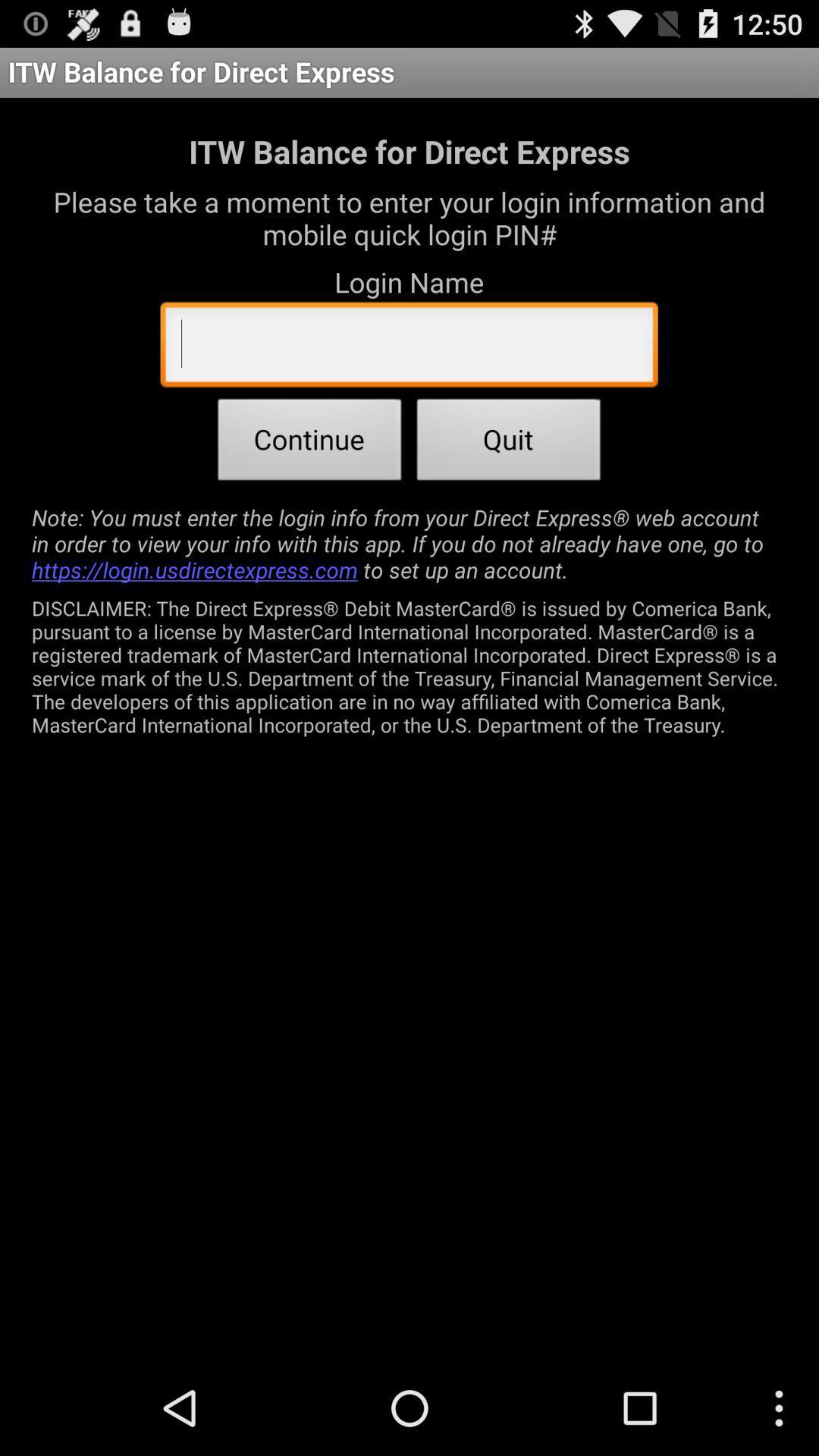  Describe the element at coordinates (409, 543) in the screenshot. I see `the icon above disclaimer the direct` at that location.